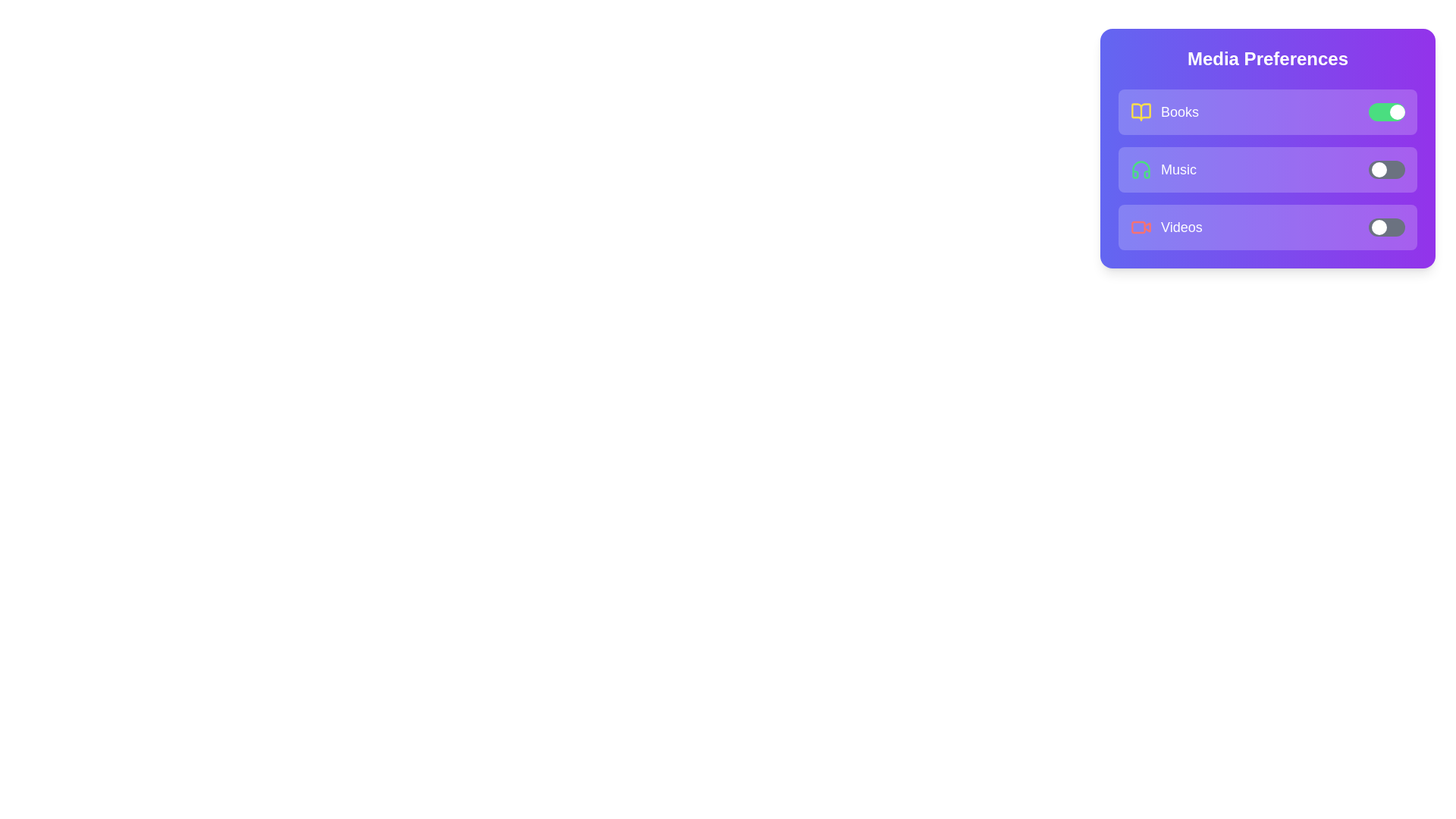  I want to click on the 'Books' category icon in the 'Media Preferences' section, which is located at the top-left corner of the 'Books' row, next to the label 'Books', so click(1141, 111).